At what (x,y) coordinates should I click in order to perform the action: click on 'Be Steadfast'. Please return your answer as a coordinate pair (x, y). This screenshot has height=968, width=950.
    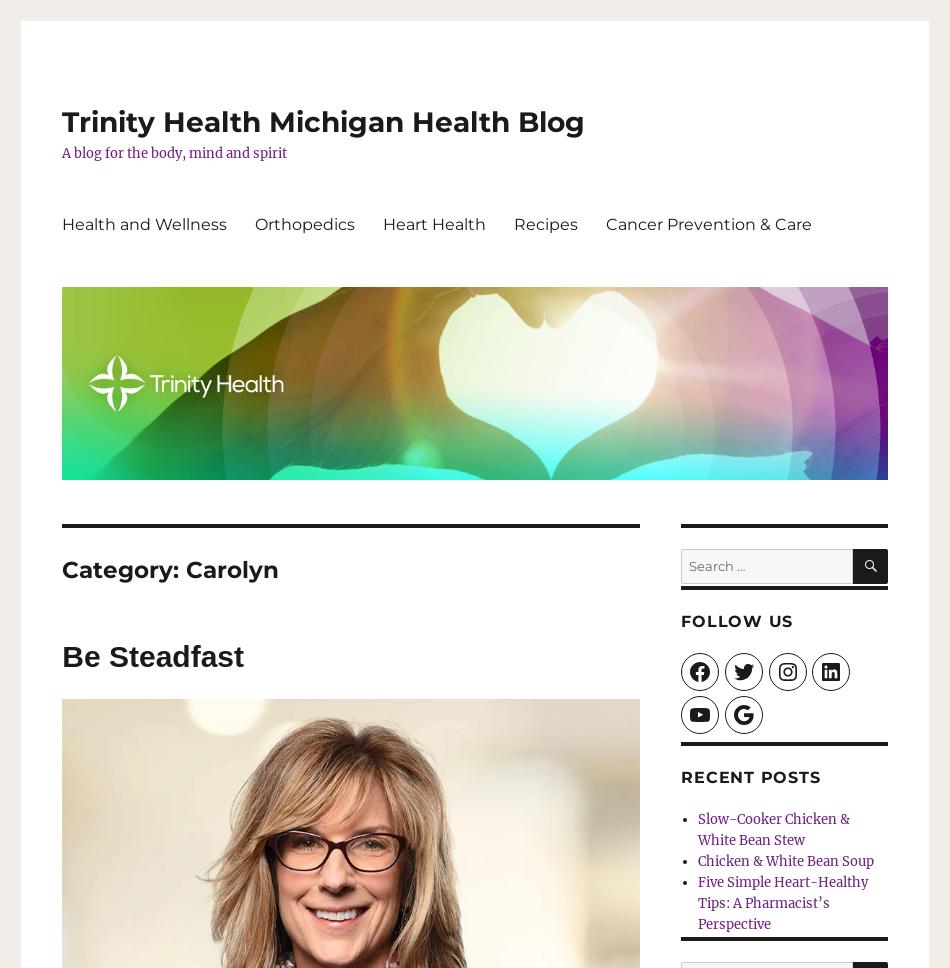
    Looking at the image, I should click on (62, 655).